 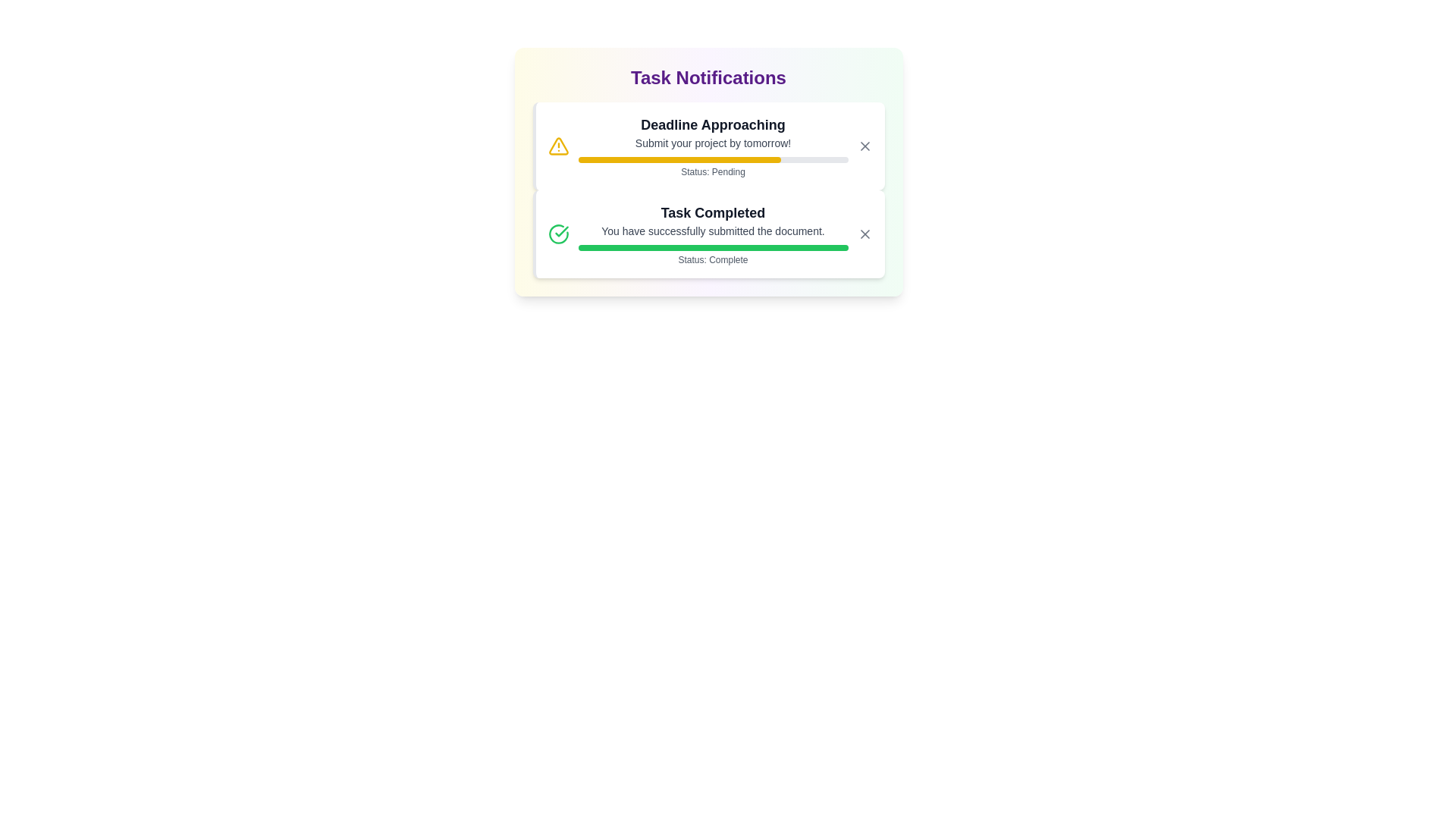 I want to click on the notification icon for Task Completed, so click(x=557, y=234).